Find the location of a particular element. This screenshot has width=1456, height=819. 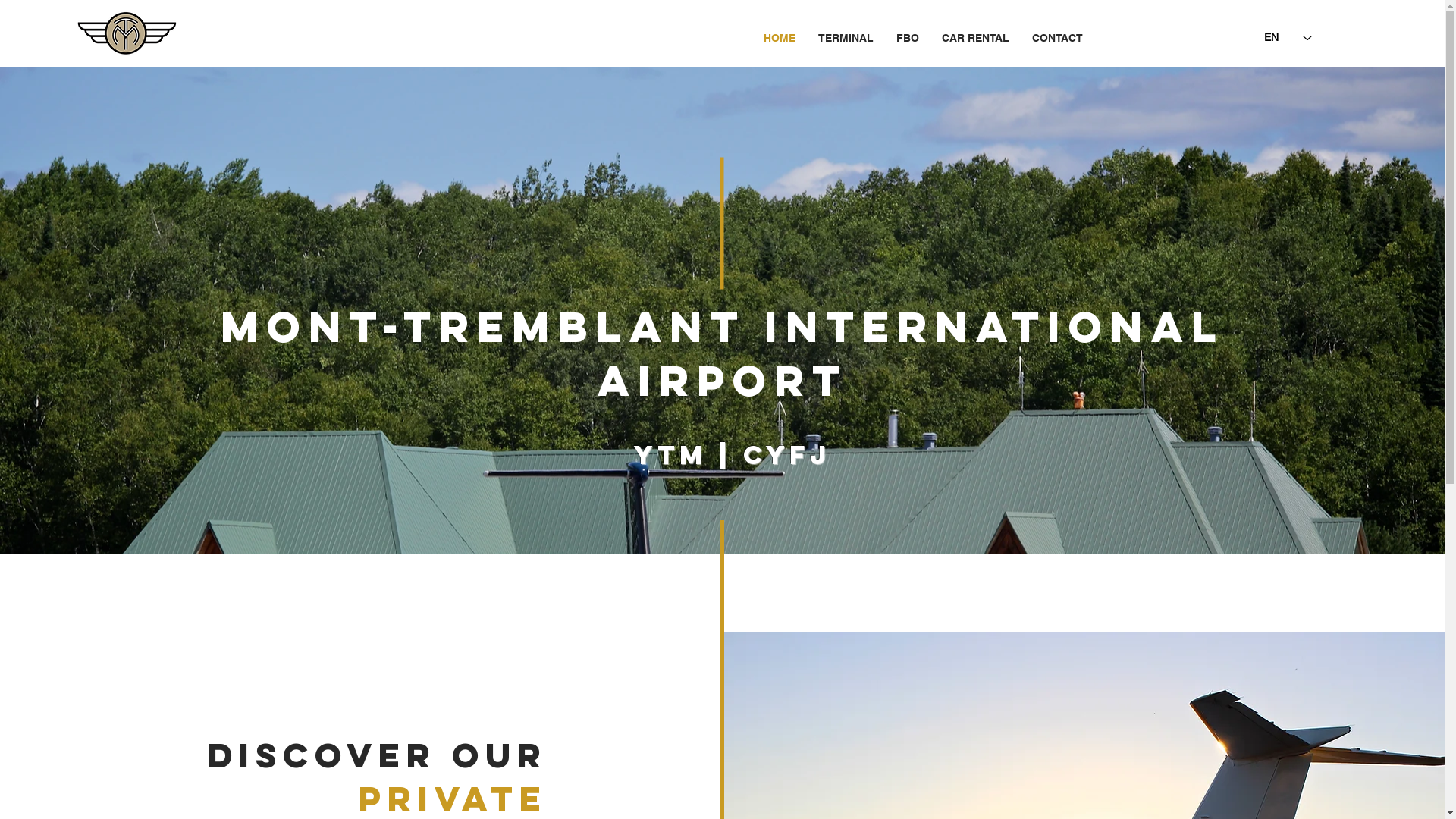

'FBO' is located at coordinates (906, 37).